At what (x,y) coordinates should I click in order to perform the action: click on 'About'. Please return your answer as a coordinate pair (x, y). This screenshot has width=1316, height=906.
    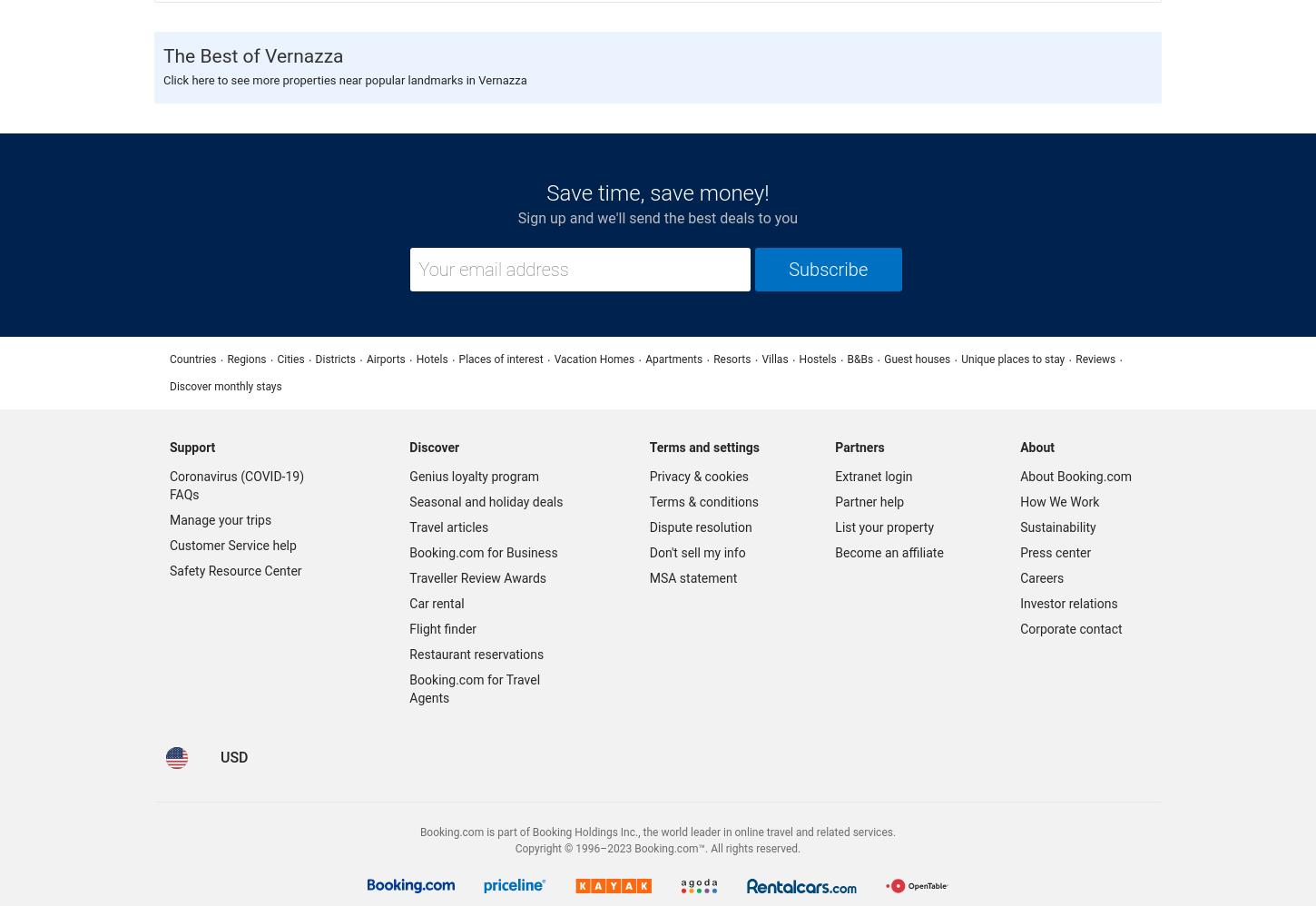
    Looking at the image, I should click on (1036, 446).